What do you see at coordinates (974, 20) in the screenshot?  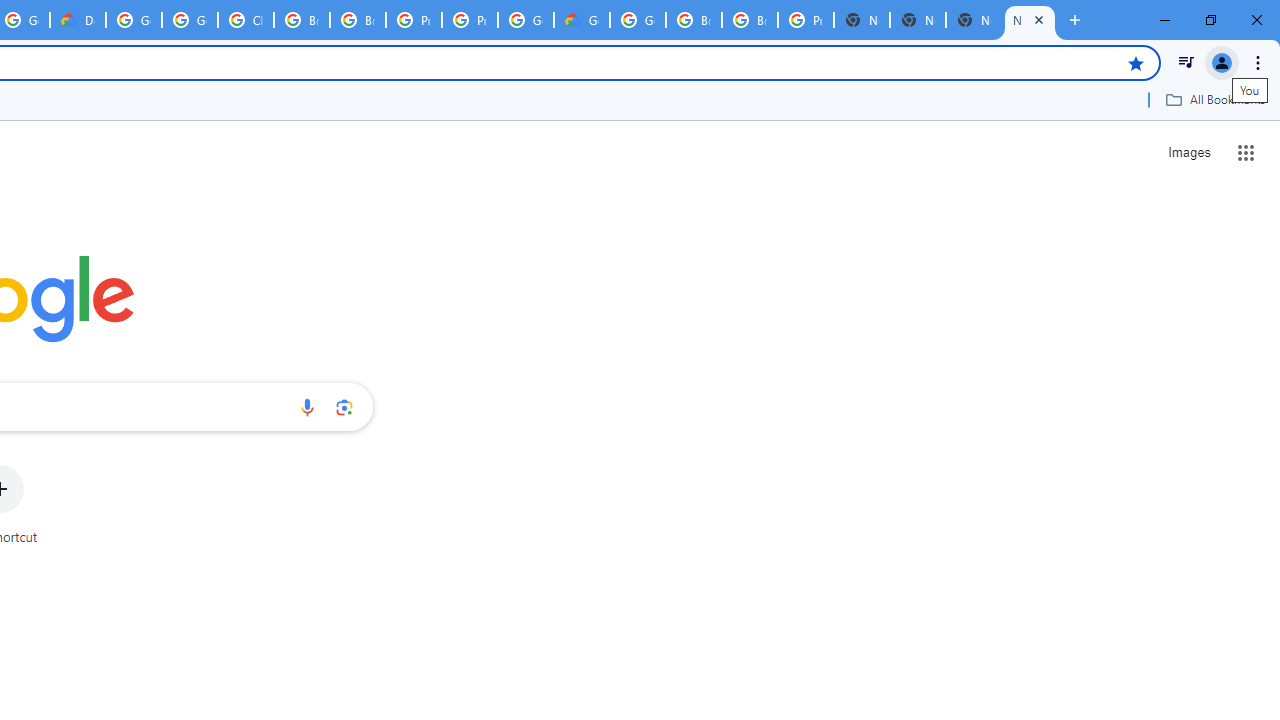 I see `'New Tab'` at bounding box center [974, 20].